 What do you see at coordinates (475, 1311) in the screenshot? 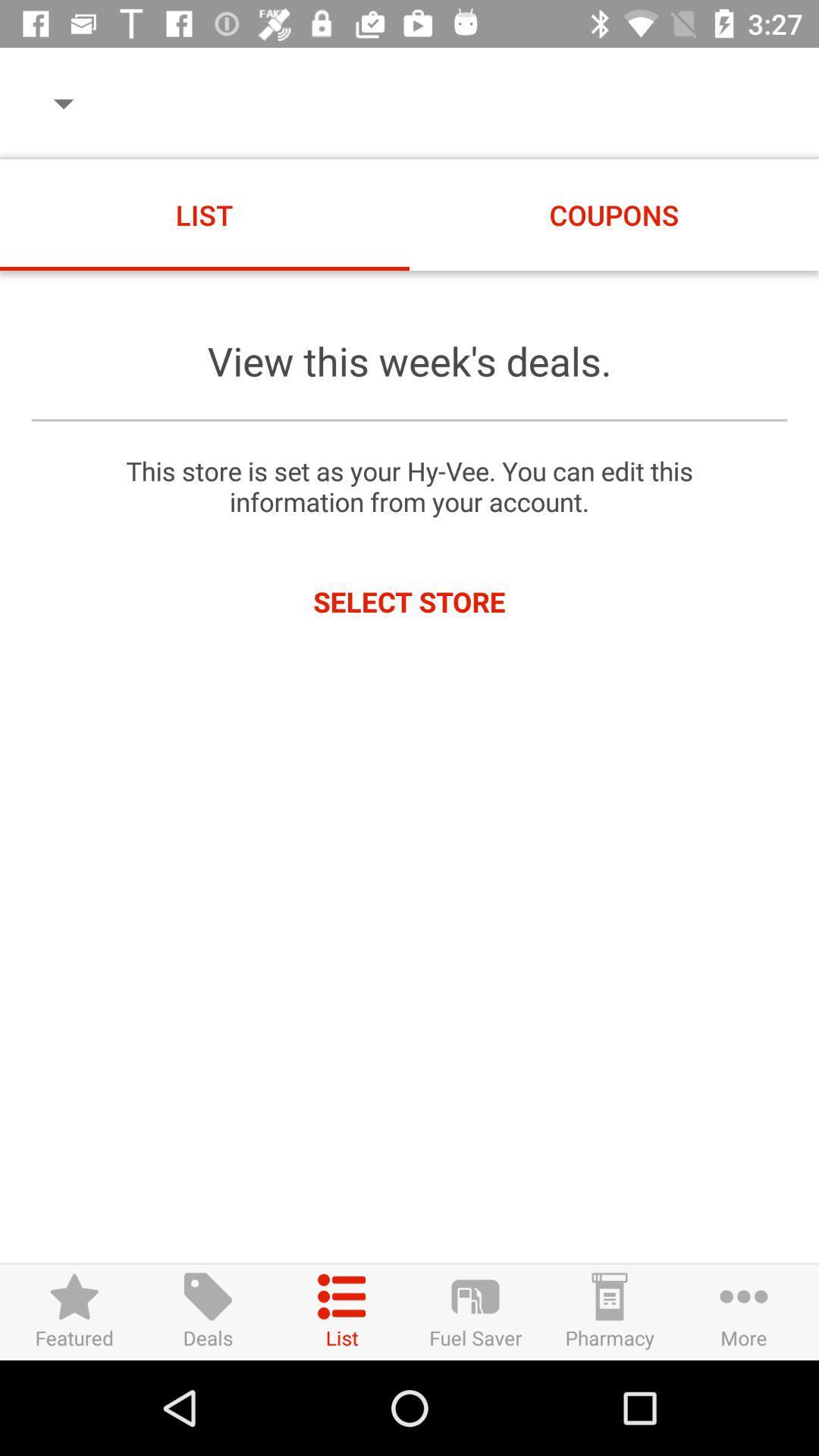
I see `the button on the right next to the list button on the web page` at bounding box center [475, 1311].